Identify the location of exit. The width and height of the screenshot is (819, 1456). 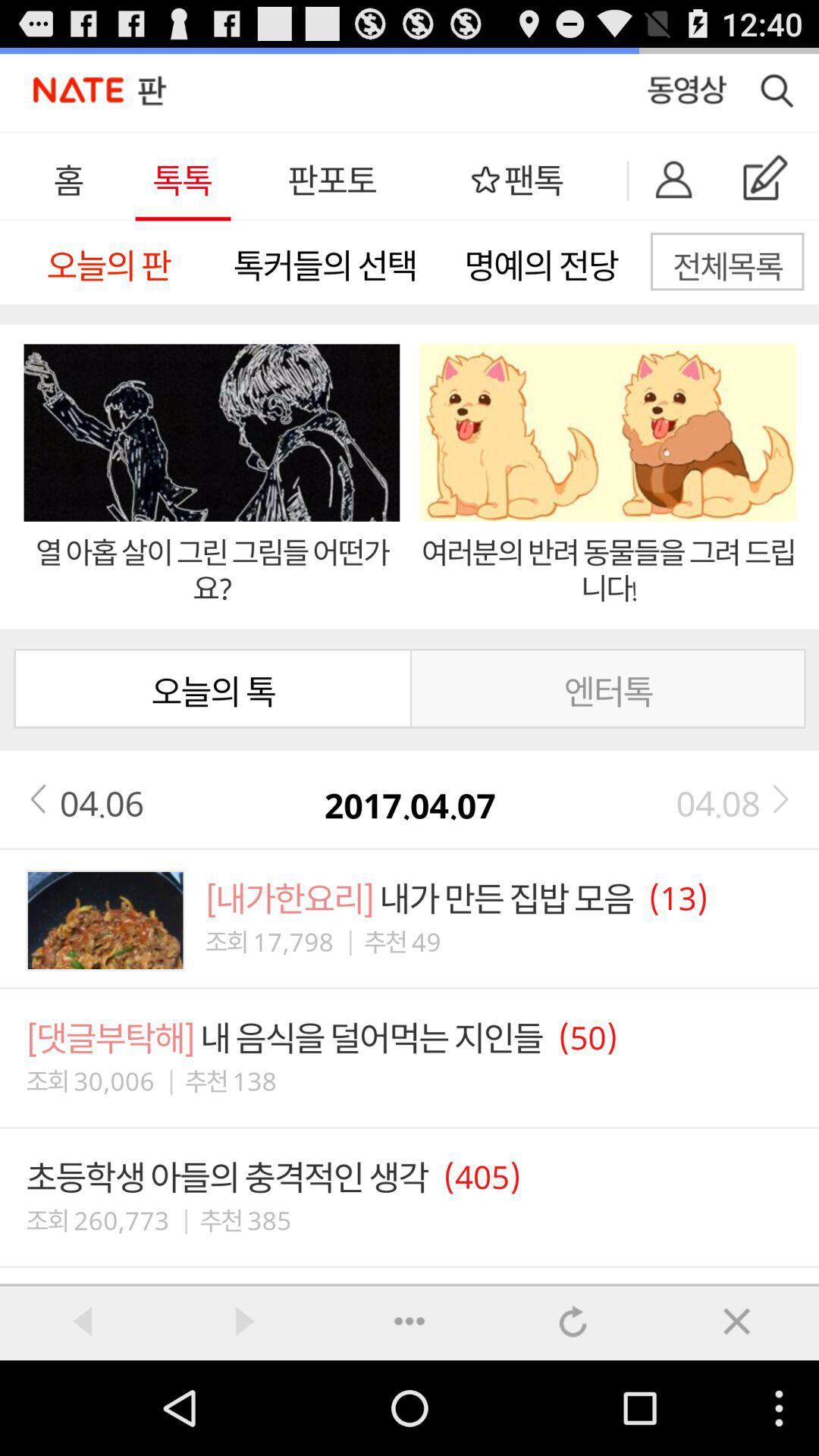
(736, 1320).